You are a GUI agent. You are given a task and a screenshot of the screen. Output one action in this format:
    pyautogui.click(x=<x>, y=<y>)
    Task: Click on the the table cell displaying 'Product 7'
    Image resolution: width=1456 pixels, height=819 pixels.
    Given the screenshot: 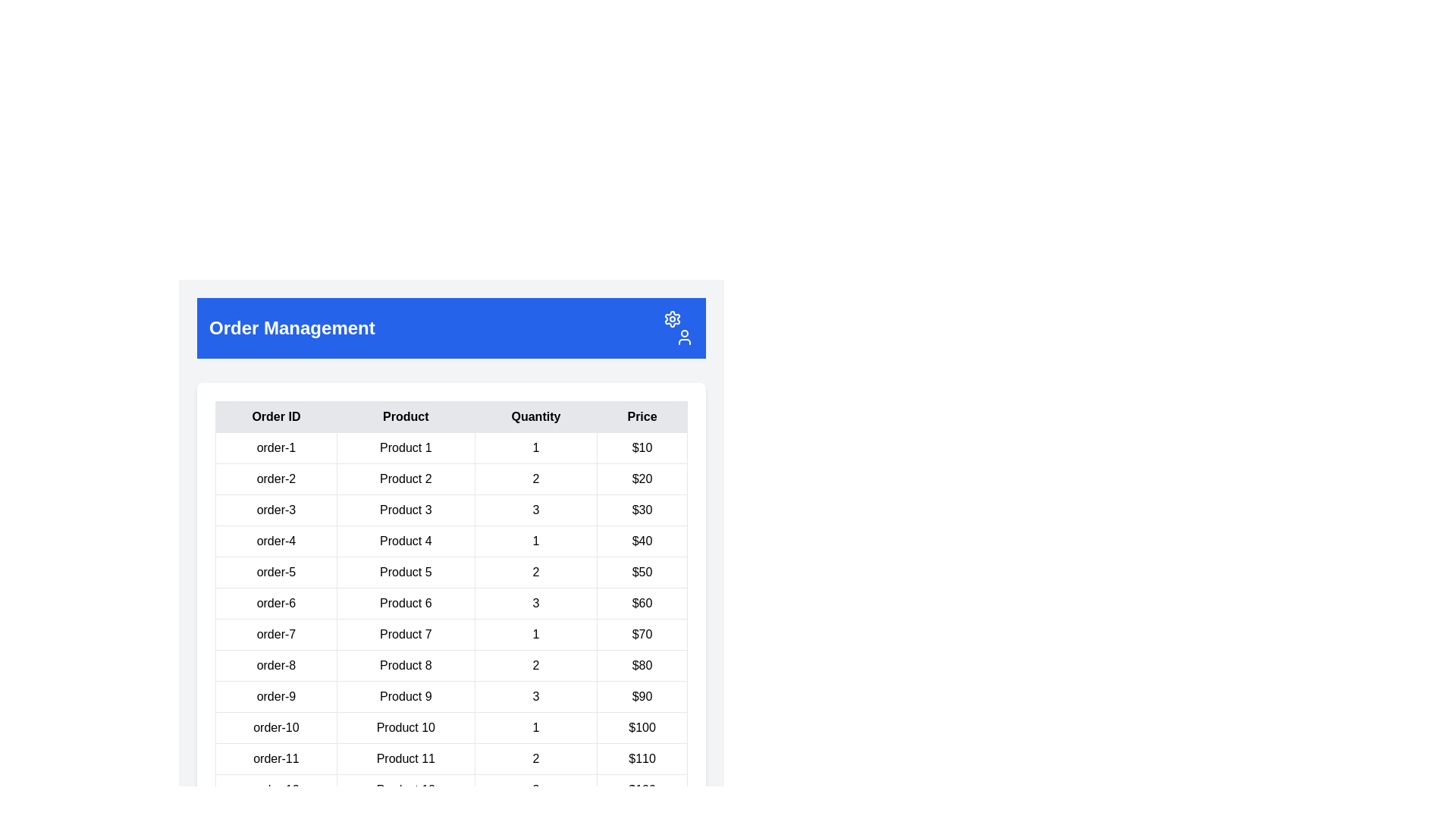 What is the action you would take?
    pyautogui.click(x=406, y=635)
    